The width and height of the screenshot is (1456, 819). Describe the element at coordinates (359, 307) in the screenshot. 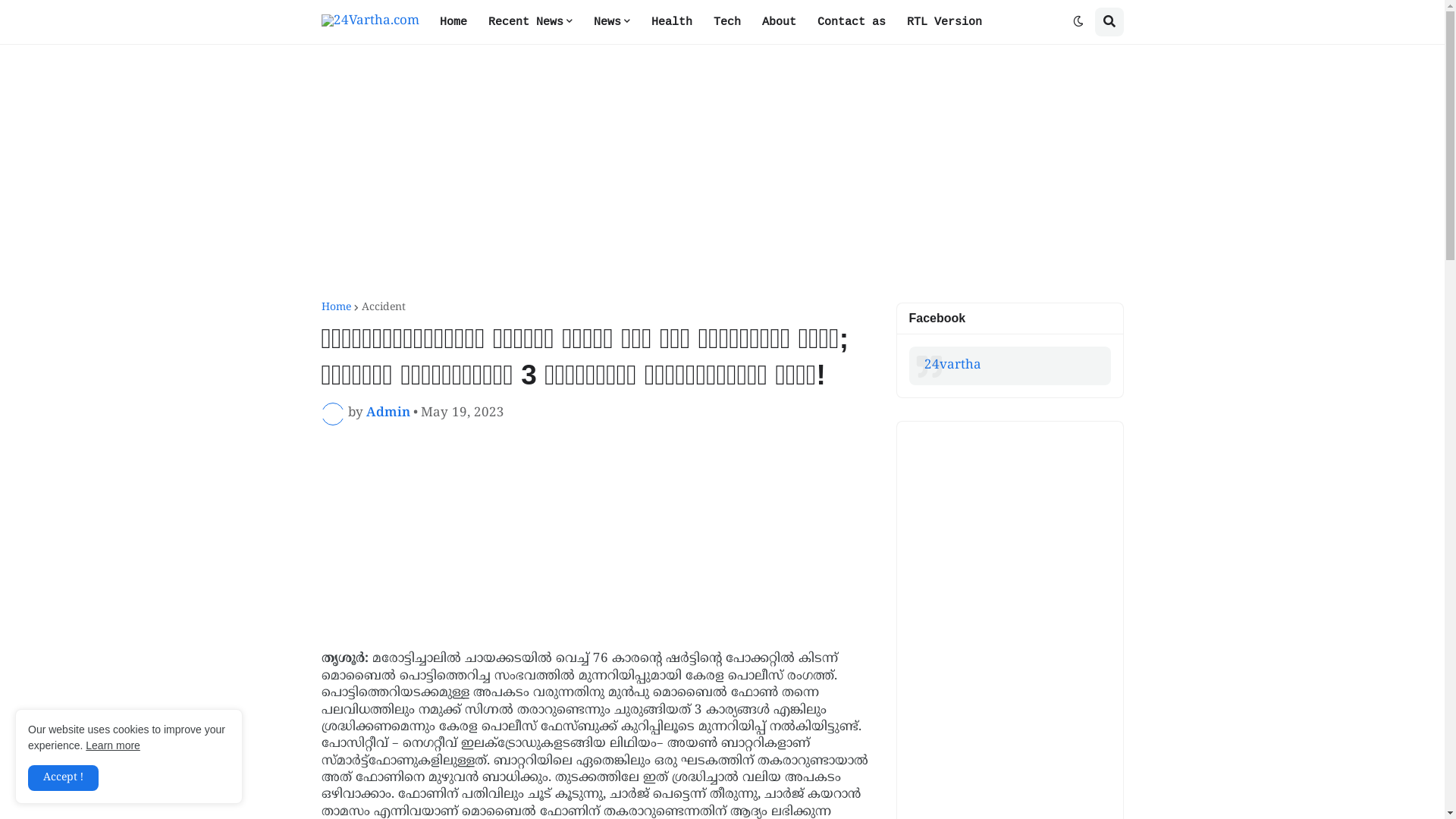

I see `'Accident'` at that location.